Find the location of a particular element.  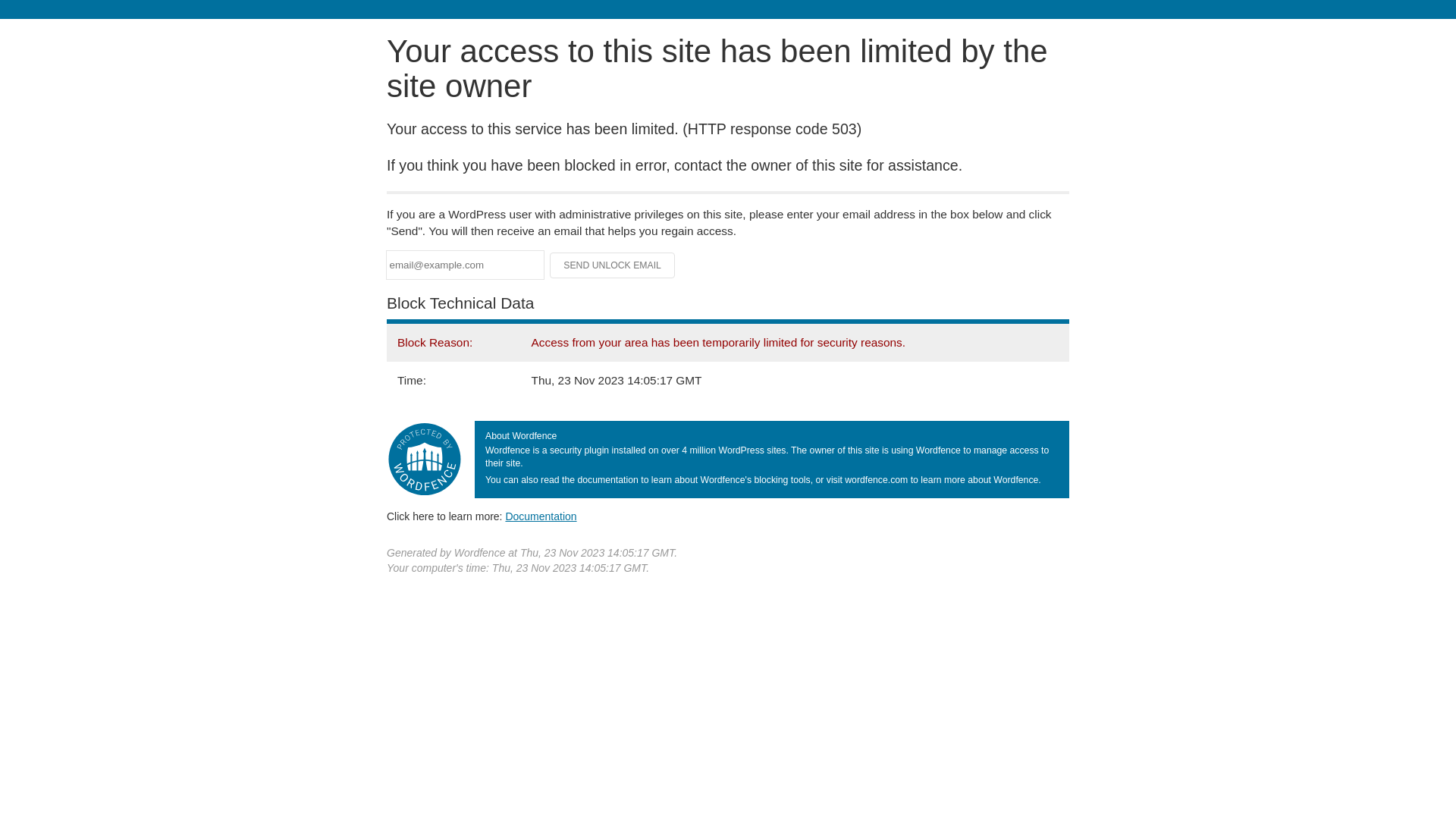

'Send Unlock Email' is located at coordinates (612, 265).